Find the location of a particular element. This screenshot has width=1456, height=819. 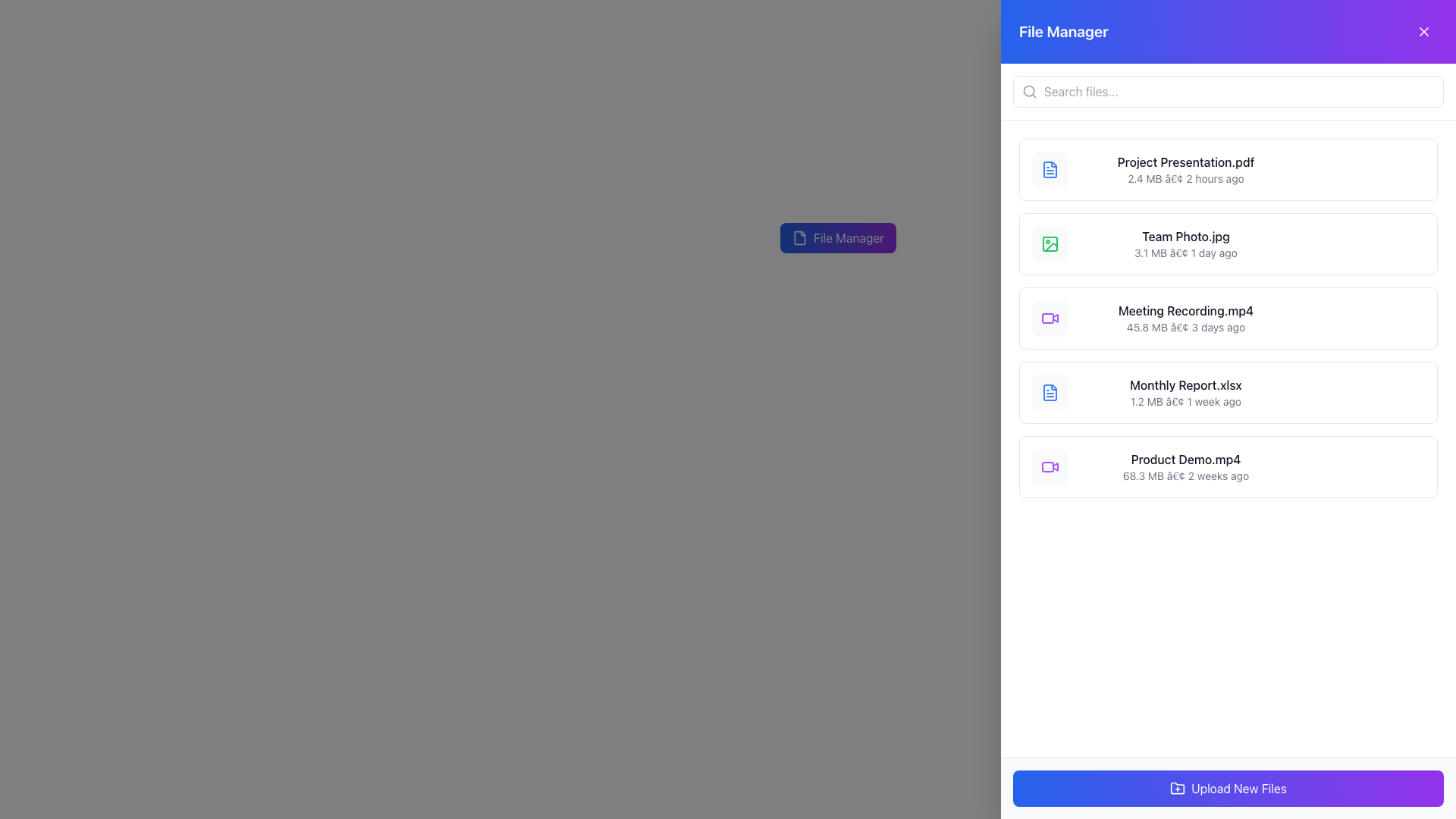

the file type indicator icon representing the video file associated with 'Product Demo.mp4', located on the left side of the file entry in the file manager is located at coordinates (1050, 466).